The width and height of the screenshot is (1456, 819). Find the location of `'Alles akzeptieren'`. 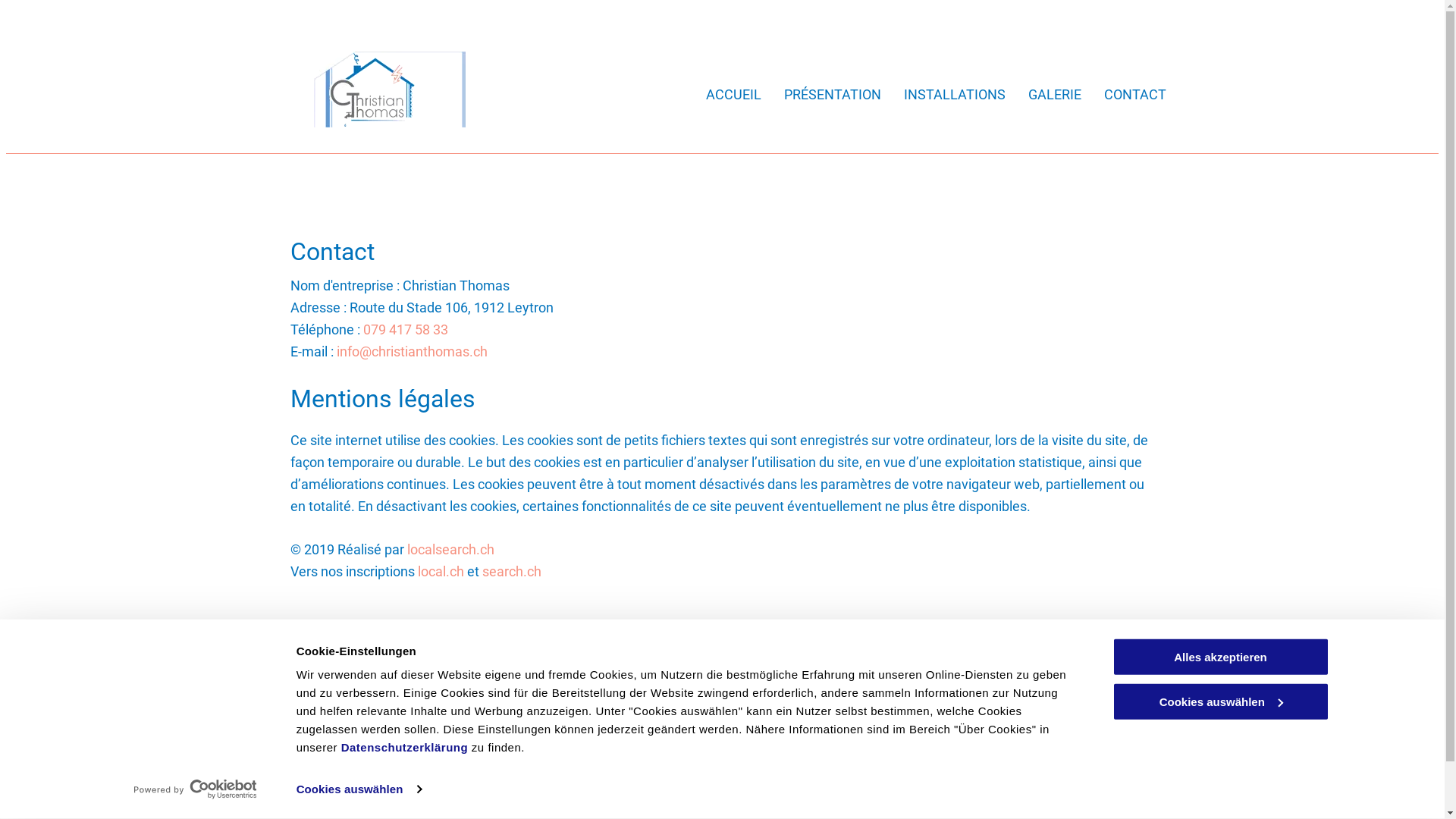

'Alles akzeptieren' is located at coordinates (1219, 656).